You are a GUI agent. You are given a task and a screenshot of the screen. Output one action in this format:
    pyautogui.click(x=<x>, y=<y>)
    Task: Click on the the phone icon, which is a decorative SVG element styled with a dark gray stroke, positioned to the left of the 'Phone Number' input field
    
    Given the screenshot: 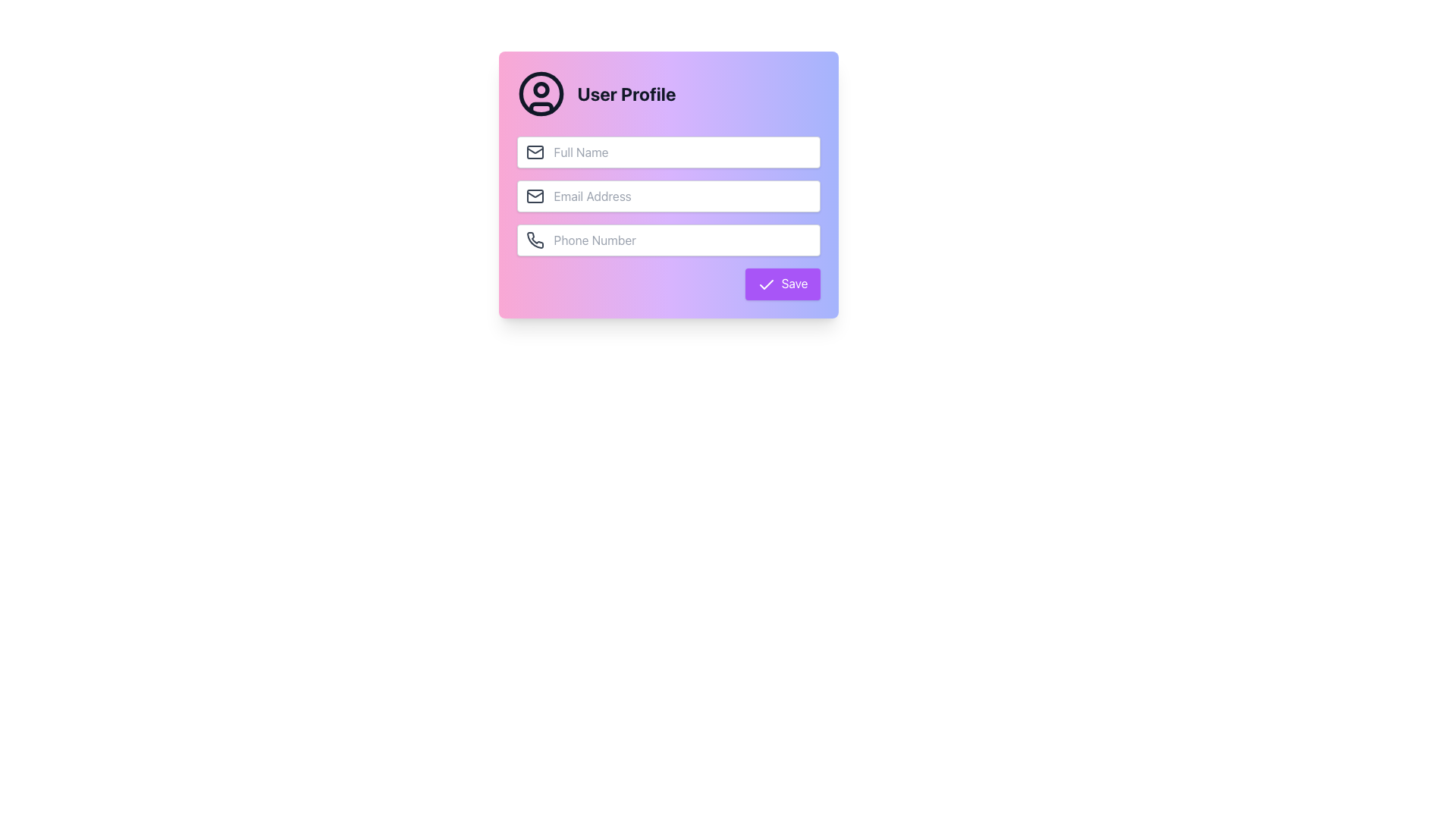 What is the action you would take?
    pyautogui.click(x=535, y=239)
    